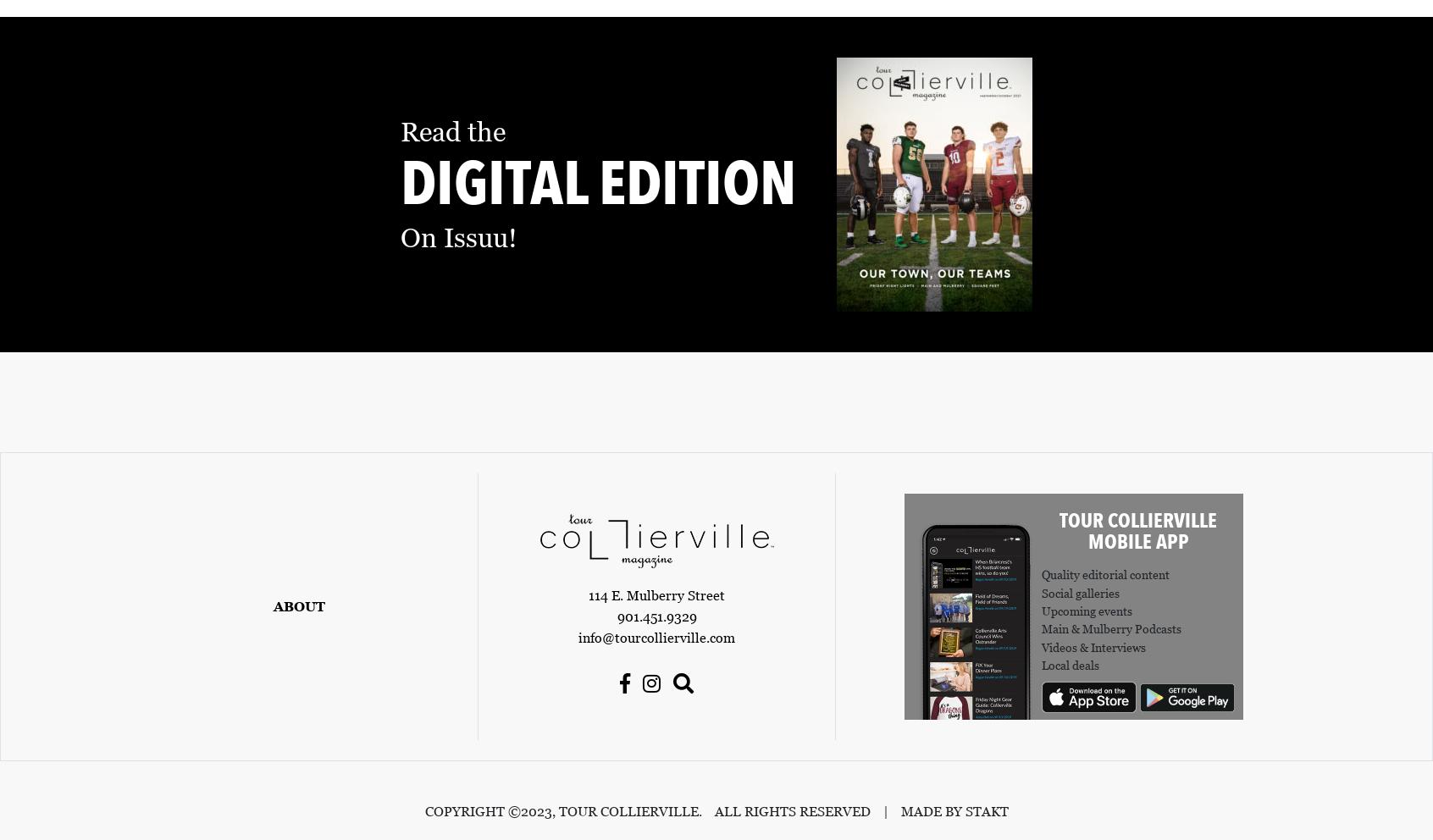 This screenshot has width=1433, height=840. Describe the element at coordinates (1042, 629) in the screenshot. I see `'Main & Mulberry Podcasts'` at that location.